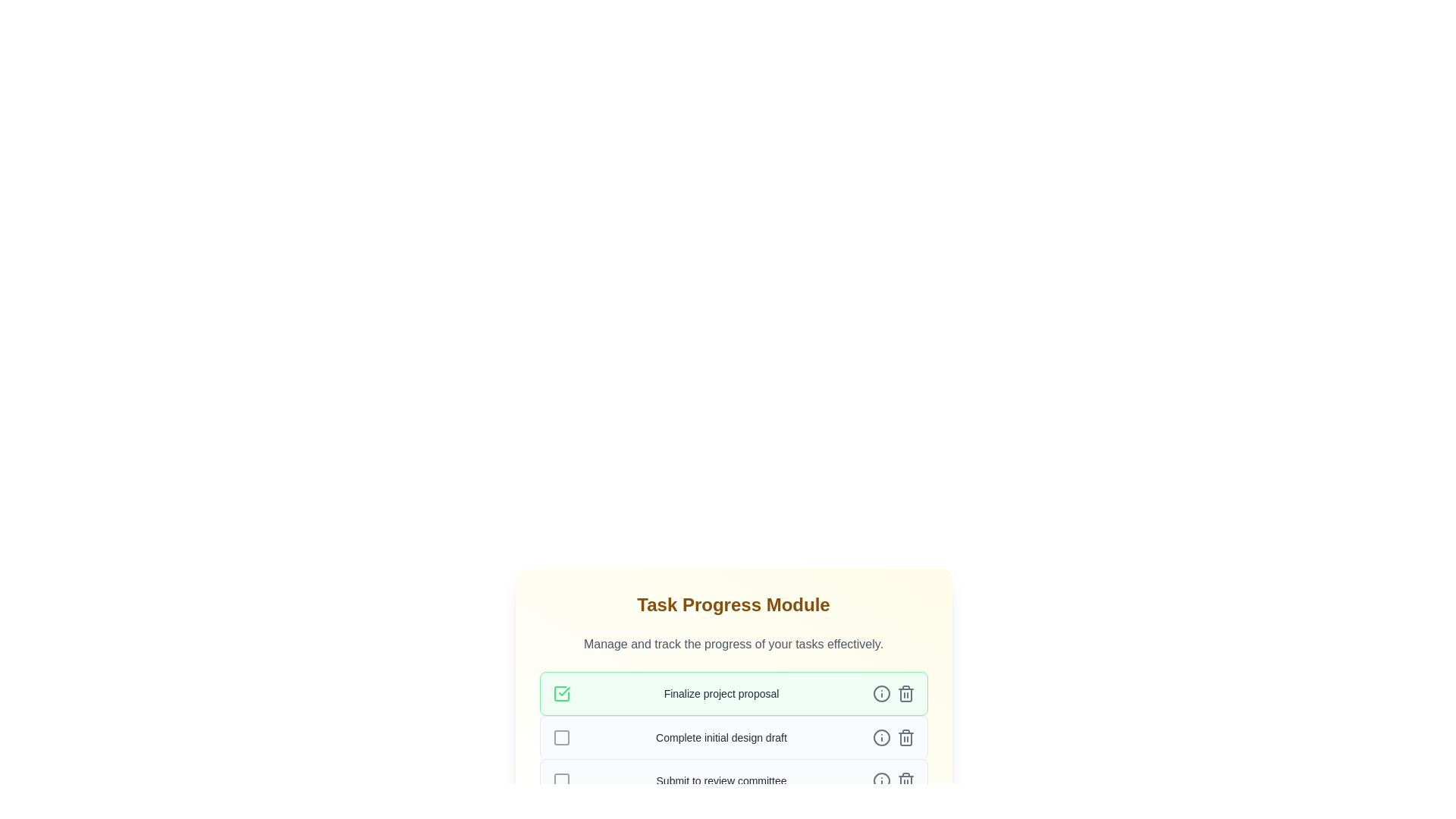 The height and width of the screenshot is (819, 1456). Describe the element at coordinates (720, 693) in the screenshot. I see `the first task label in the Task Progress Module, which is visually distinct by its green border and background, to interact with surrounding elements` at that location.